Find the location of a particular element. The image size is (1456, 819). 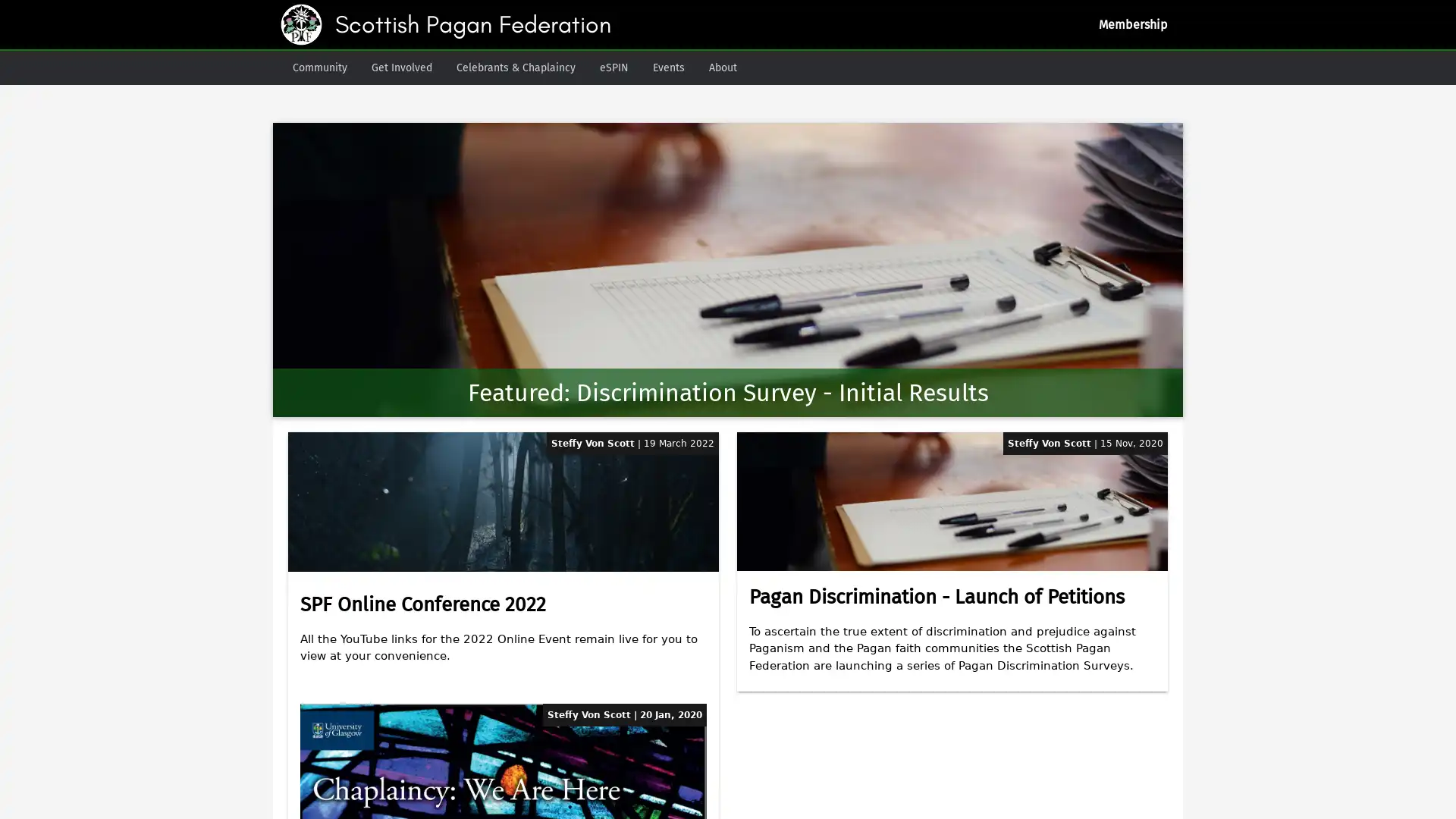

Get Involved is located at coordinates (401, 67).